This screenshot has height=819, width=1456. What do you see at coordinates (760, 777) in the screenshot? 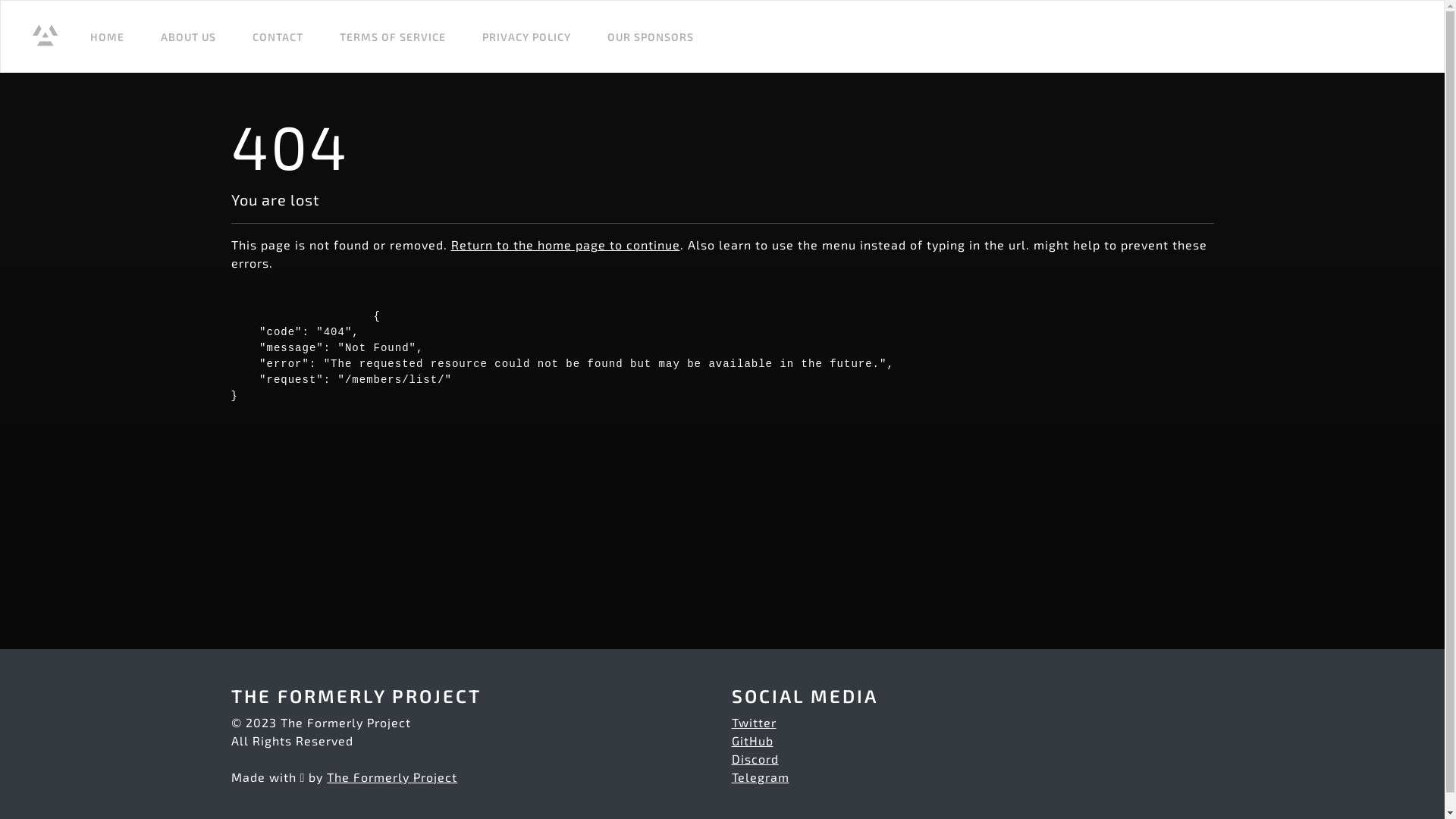
I see `'Telegram'` at bounding box center [760, 777].